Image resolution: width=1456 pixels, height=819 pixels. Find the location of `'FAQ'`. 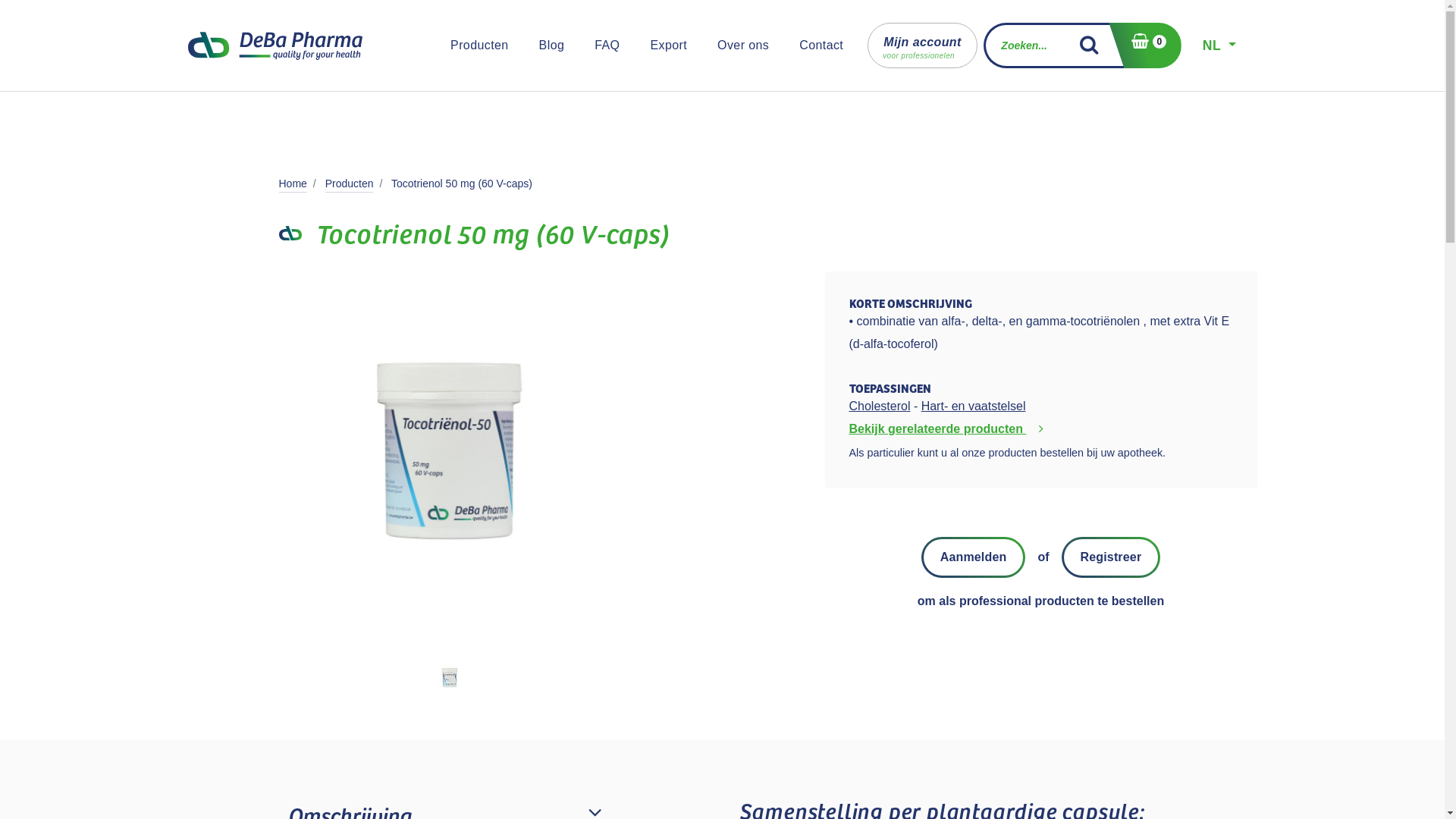

'FAQ' is located at coordinates (607, 45).